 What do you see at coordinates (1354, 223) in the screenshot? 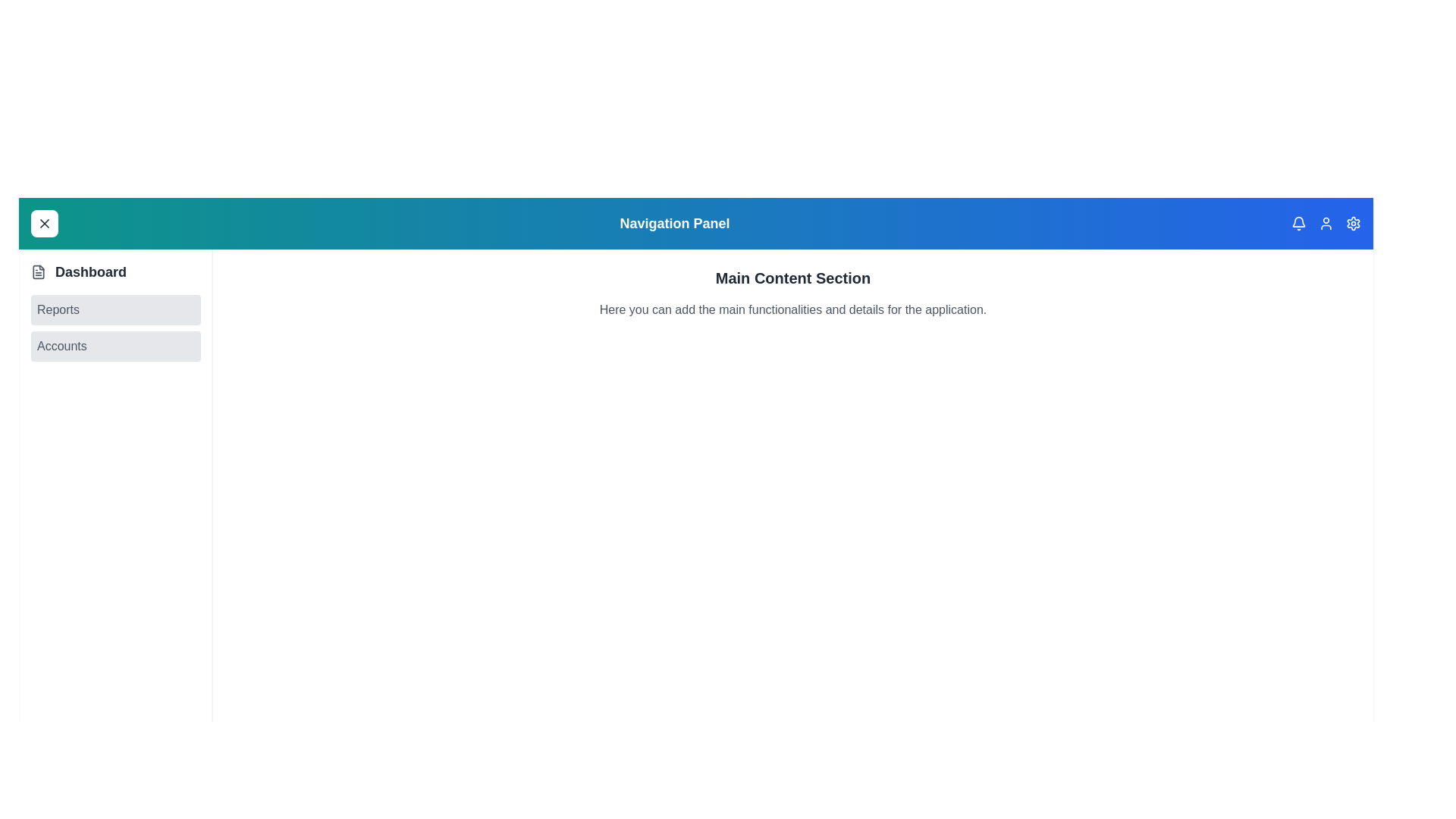
I see `the settings cogwheel icon located in the rightmost section of the navigation bar` at bounding box center [1354, 223].